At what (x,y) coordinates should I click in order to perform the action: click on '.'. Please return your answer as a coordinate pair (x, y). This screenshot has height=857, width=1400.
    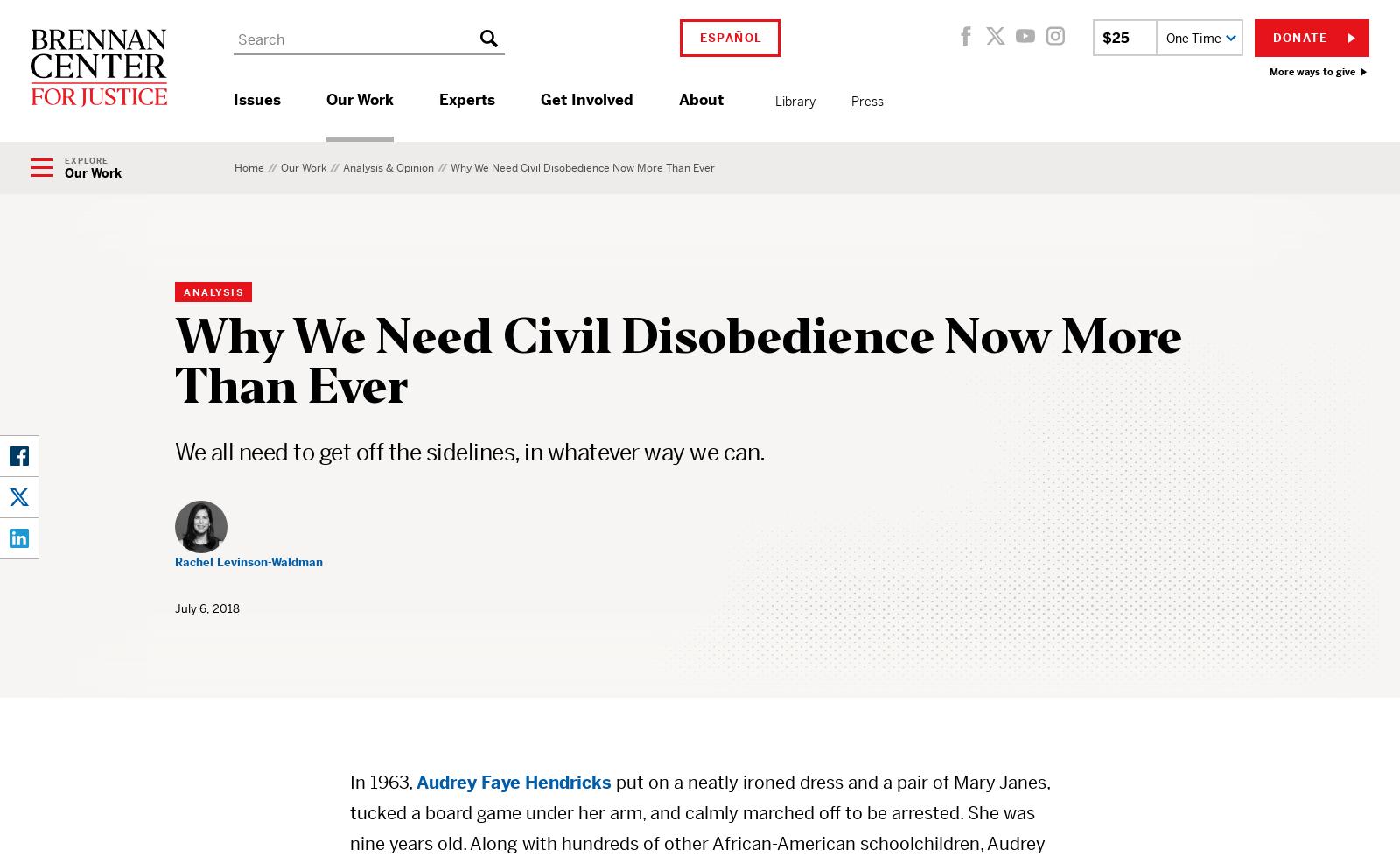
    Looking at the image, I should click on (436, 158).